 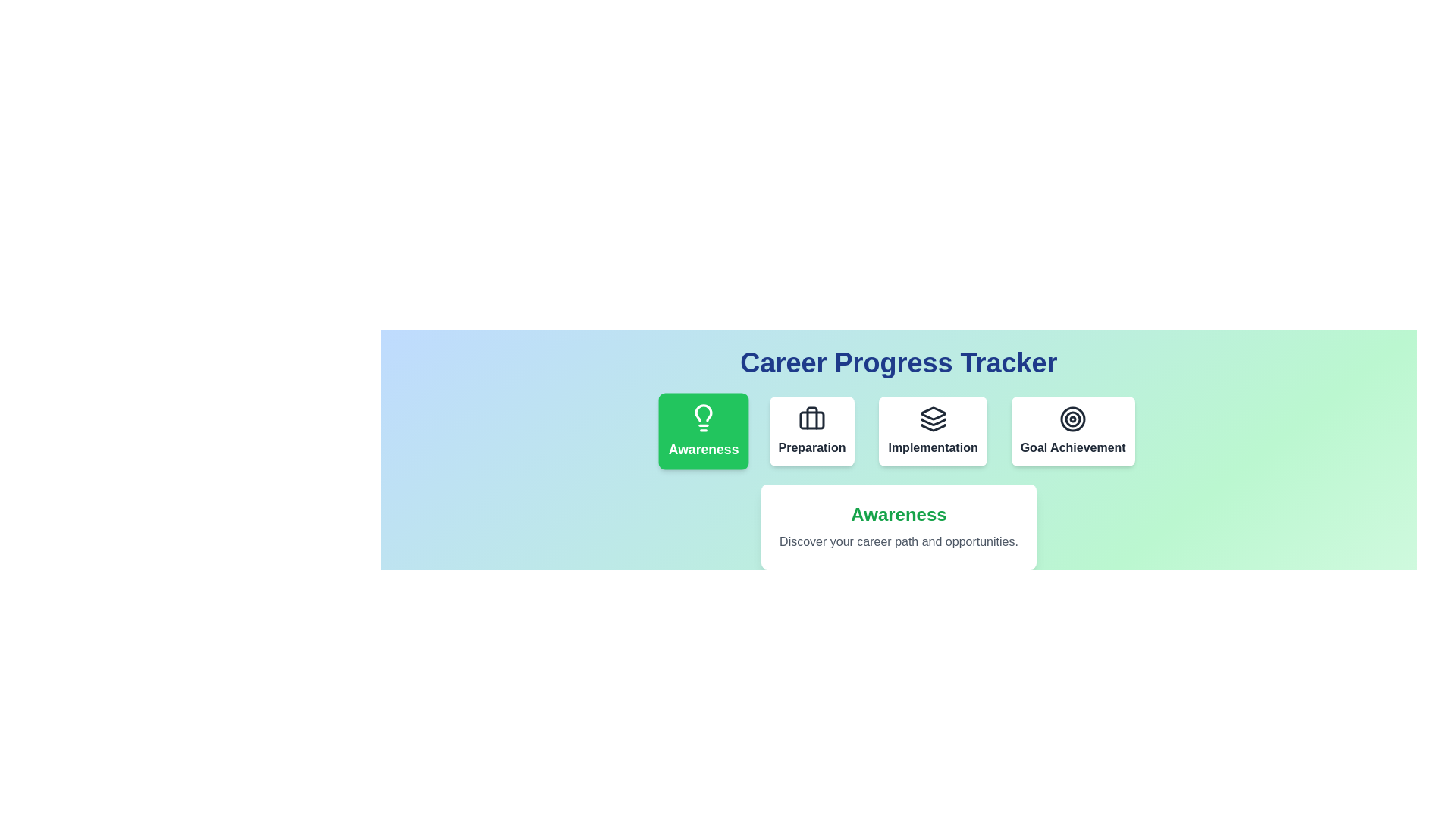 I want to click on the phase Goal Achievement by clicking on its button, so click(x=1072, y=431).